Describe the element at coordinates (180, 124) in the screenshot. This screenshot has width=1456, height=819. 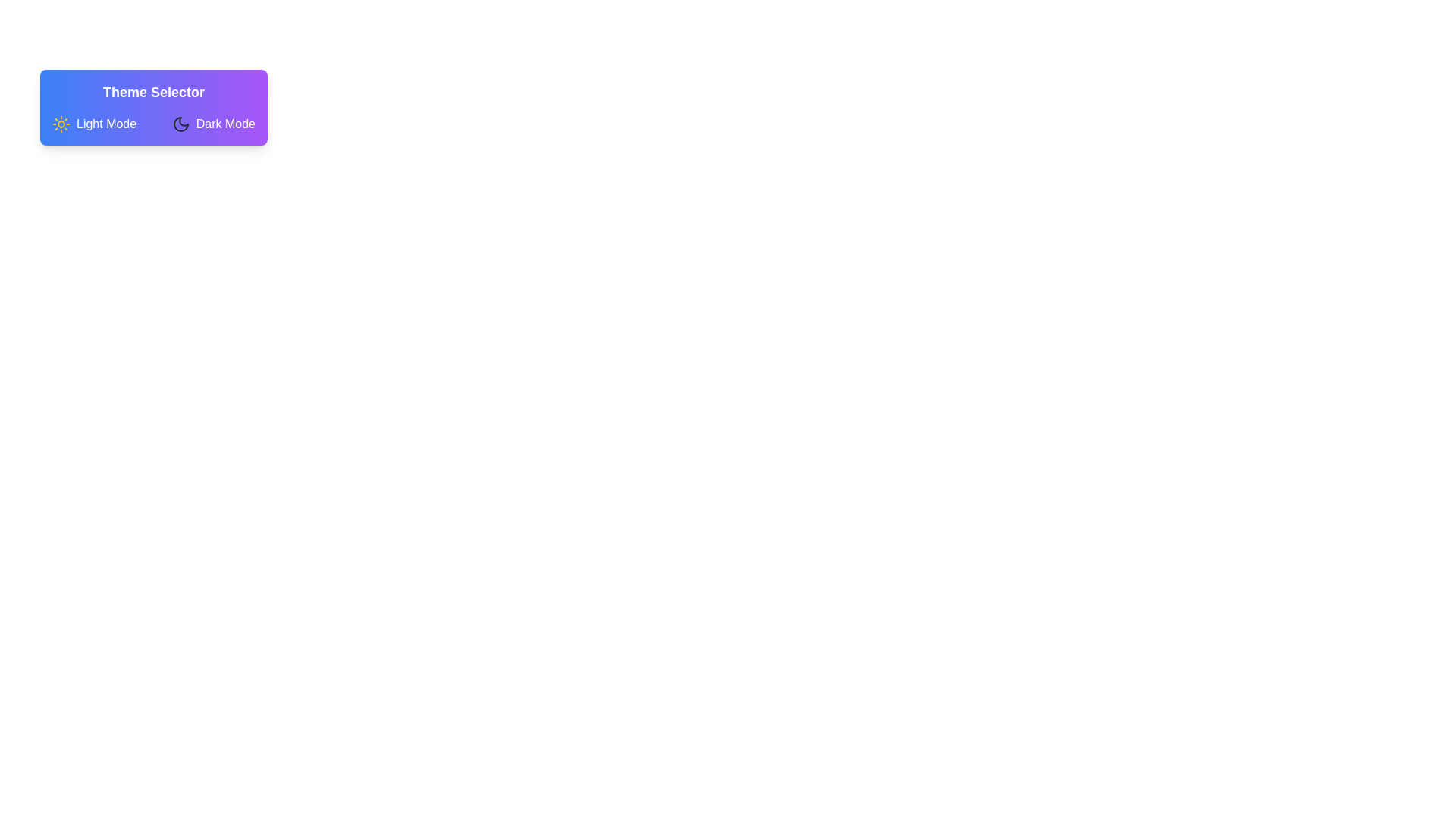
I see `the crescent moon icon located in the lower right corner of the 'Theme Selector' card` at that location.